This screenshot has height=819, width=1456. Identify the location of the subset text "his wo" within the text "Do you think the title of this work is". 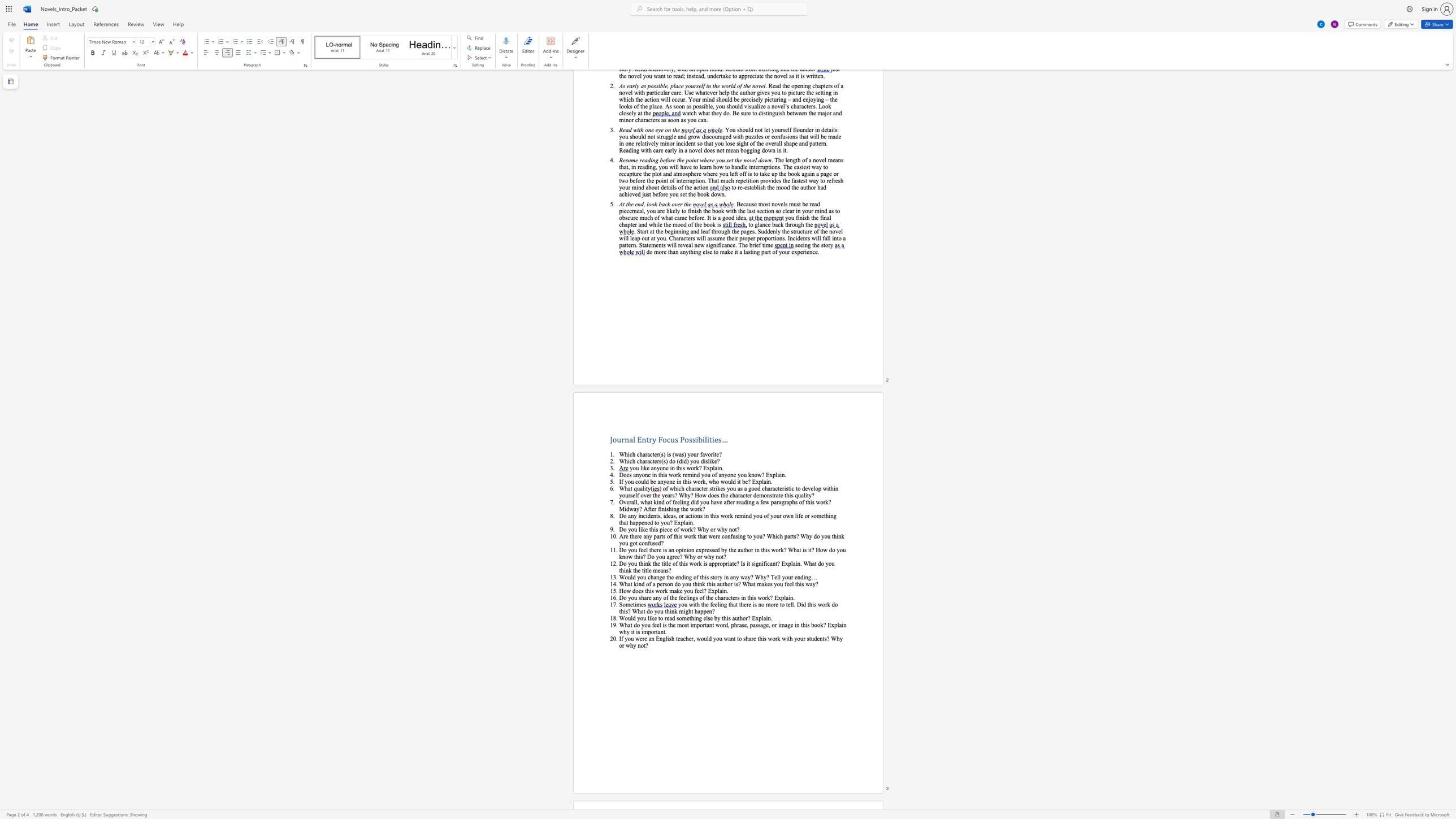
(681, 563).